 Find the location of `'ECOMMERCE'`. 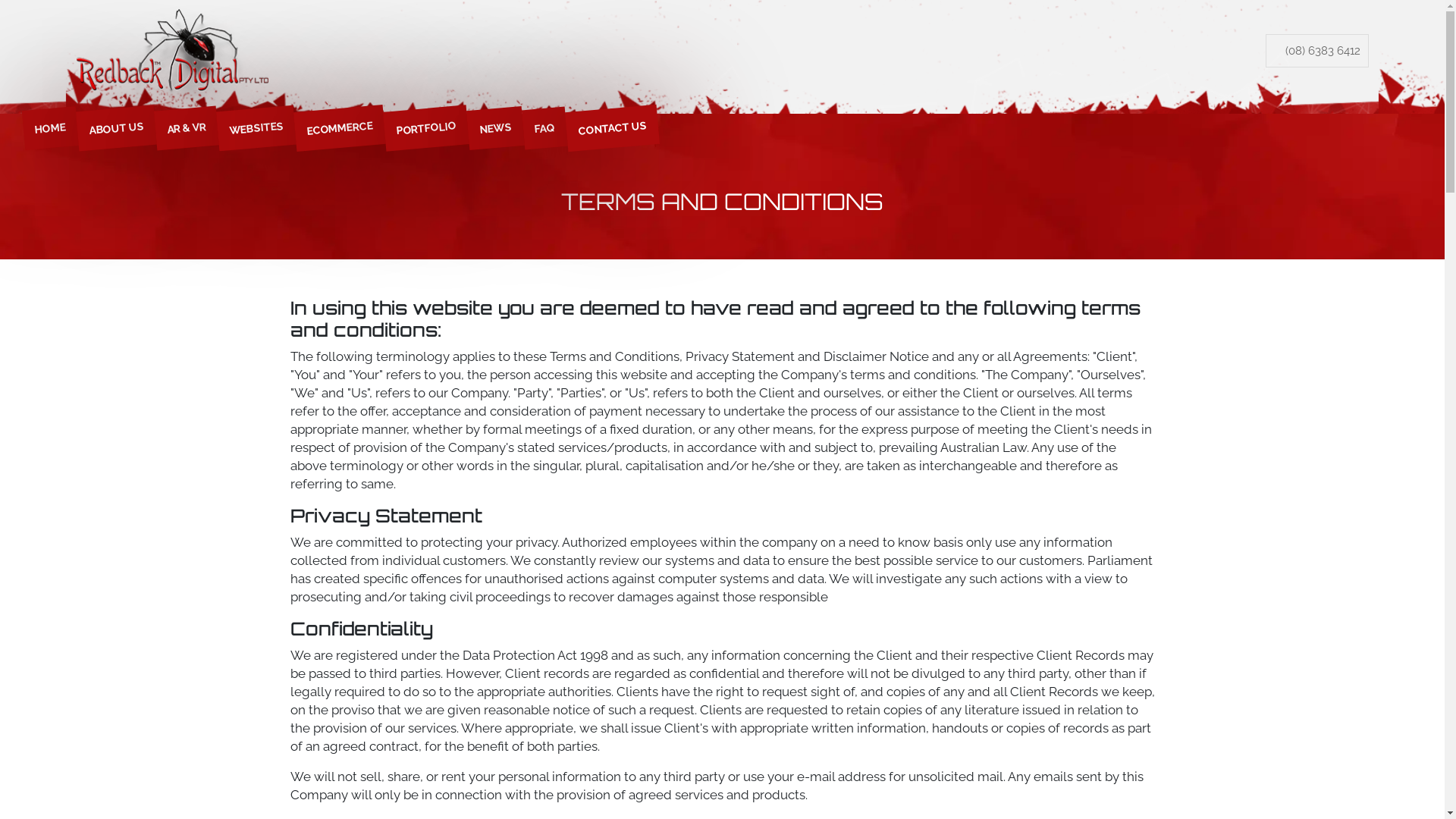

'ECOMMERCE' is located at coordinates (293, 124).